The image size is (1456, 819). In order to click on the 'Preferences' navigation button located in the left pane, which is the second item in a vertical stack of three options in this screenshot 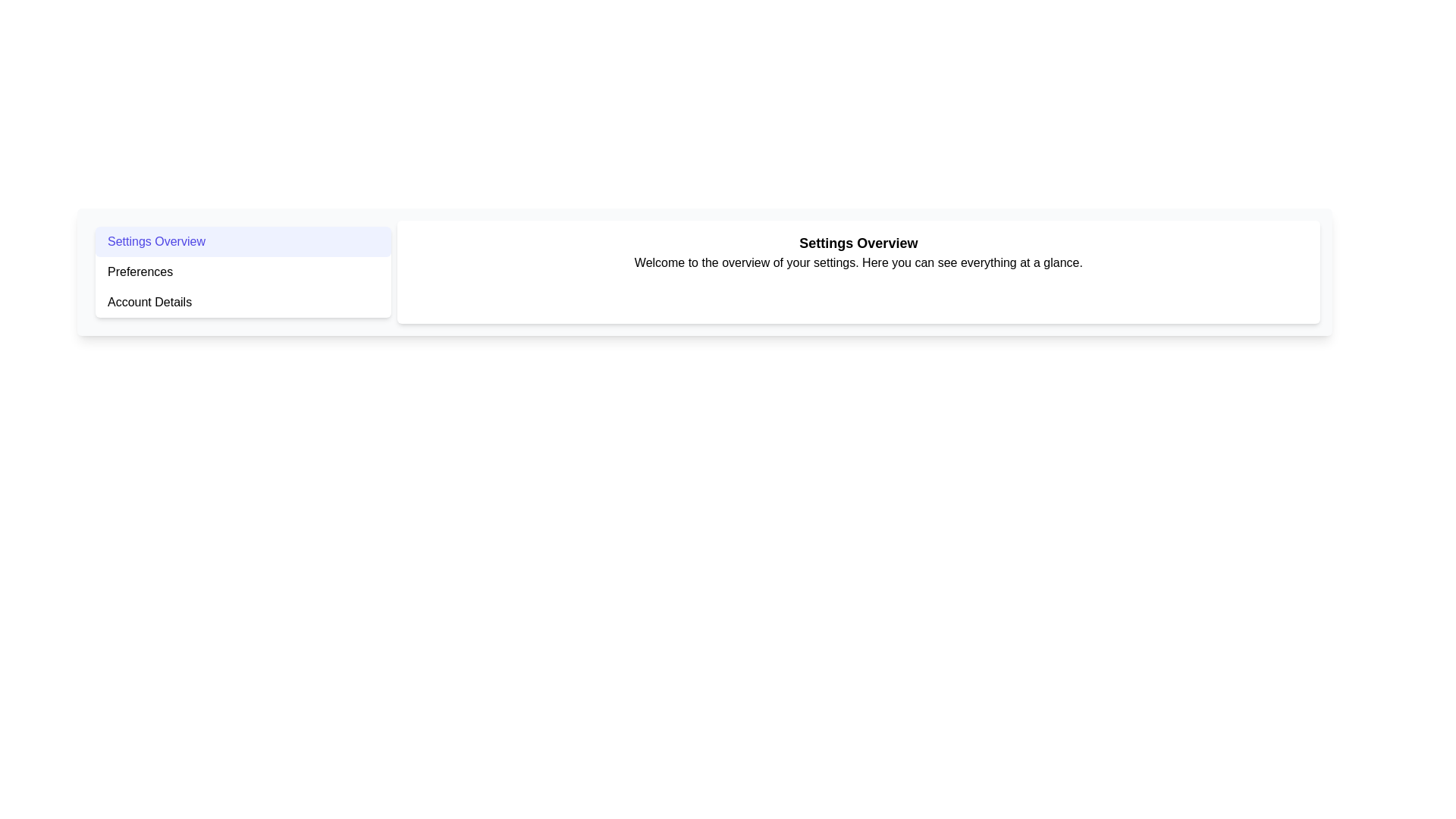, I will do `click(243, 271)`.